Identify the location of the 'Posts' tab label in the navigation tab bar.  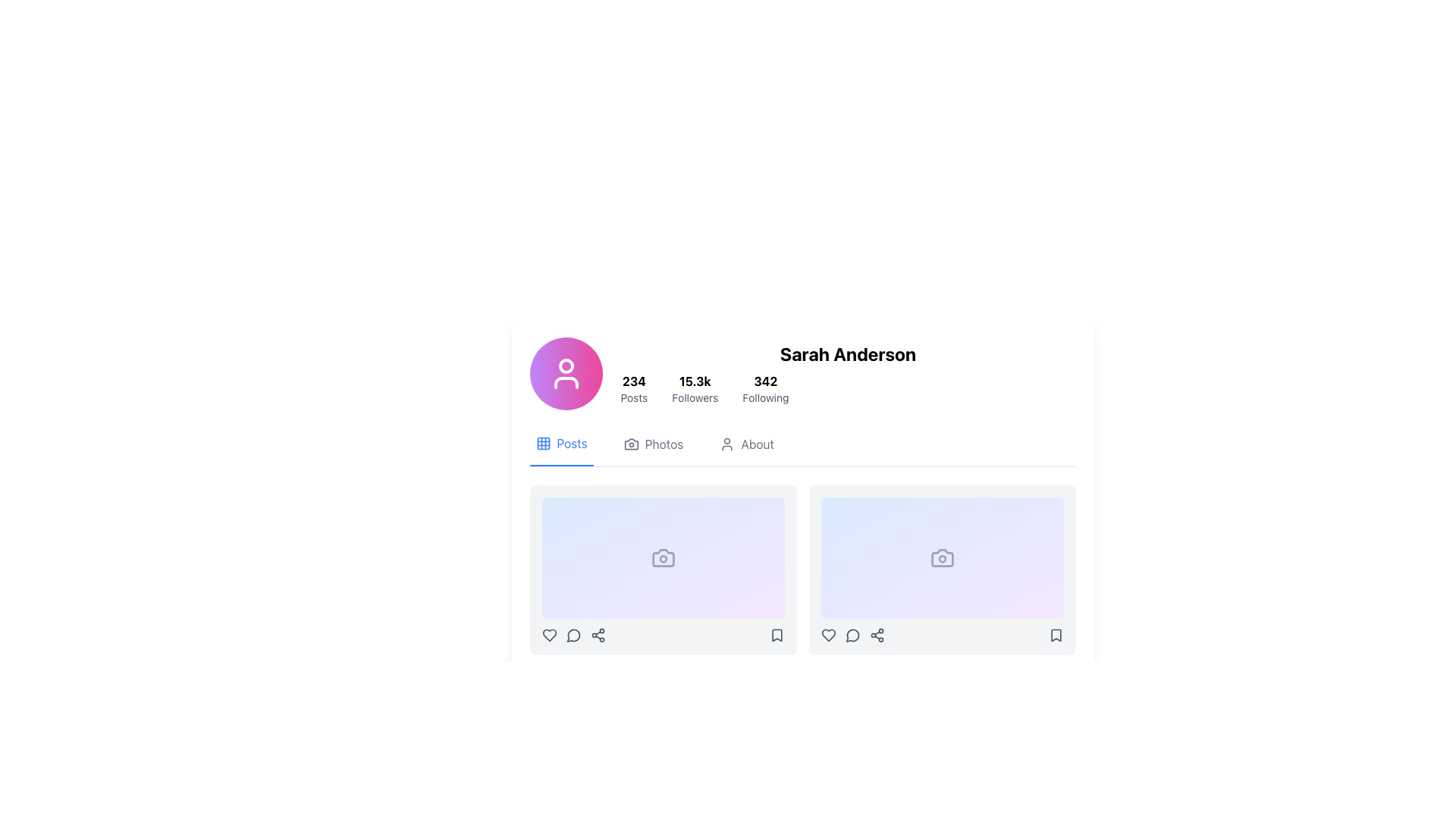
(571, 444).